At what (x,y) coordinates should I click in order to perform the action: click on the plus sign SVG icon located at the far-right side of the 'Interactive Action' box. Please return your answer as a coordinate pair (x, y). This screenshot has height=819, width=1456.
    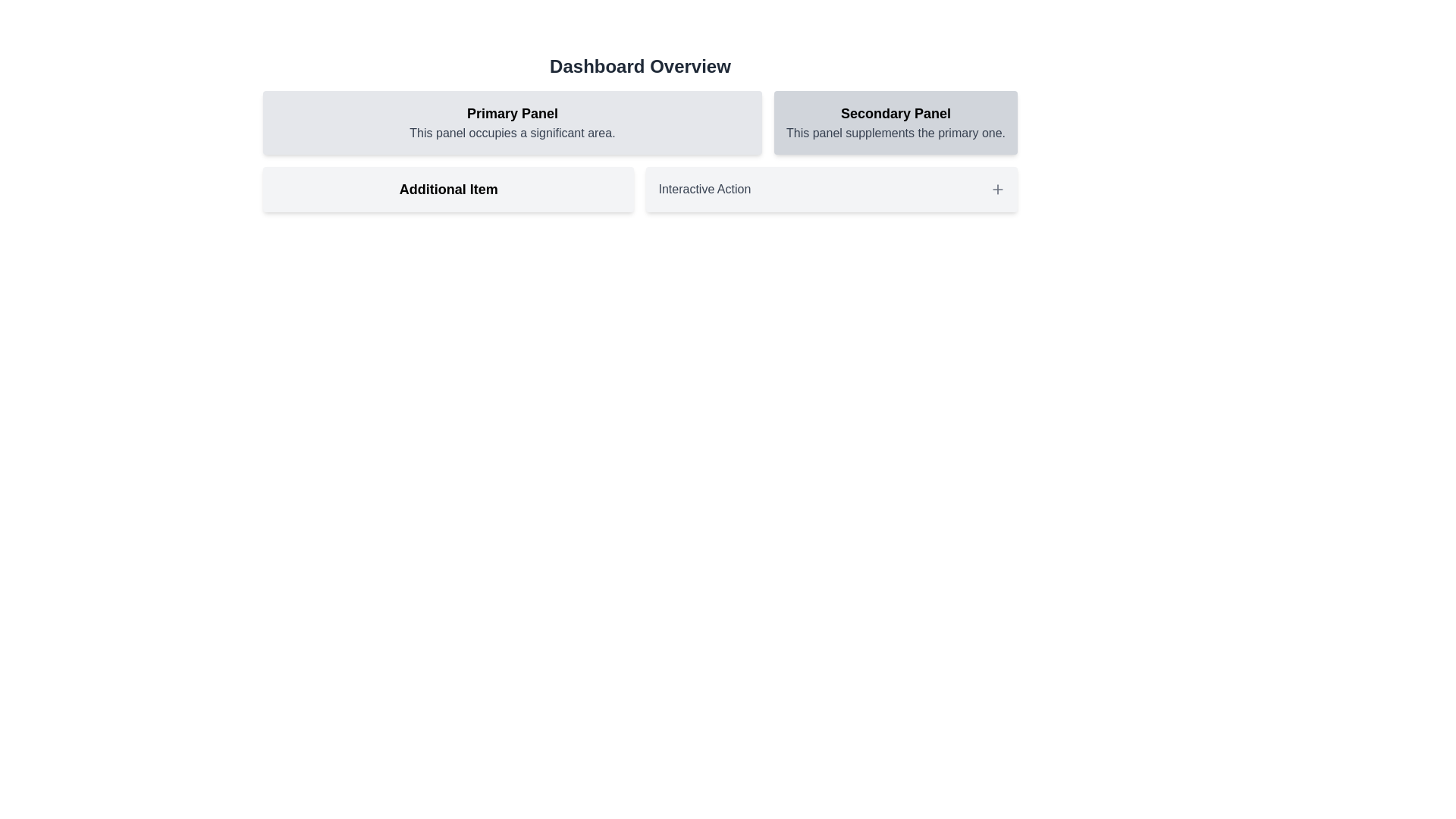
    Looking at the image, I should click on (997, 189).